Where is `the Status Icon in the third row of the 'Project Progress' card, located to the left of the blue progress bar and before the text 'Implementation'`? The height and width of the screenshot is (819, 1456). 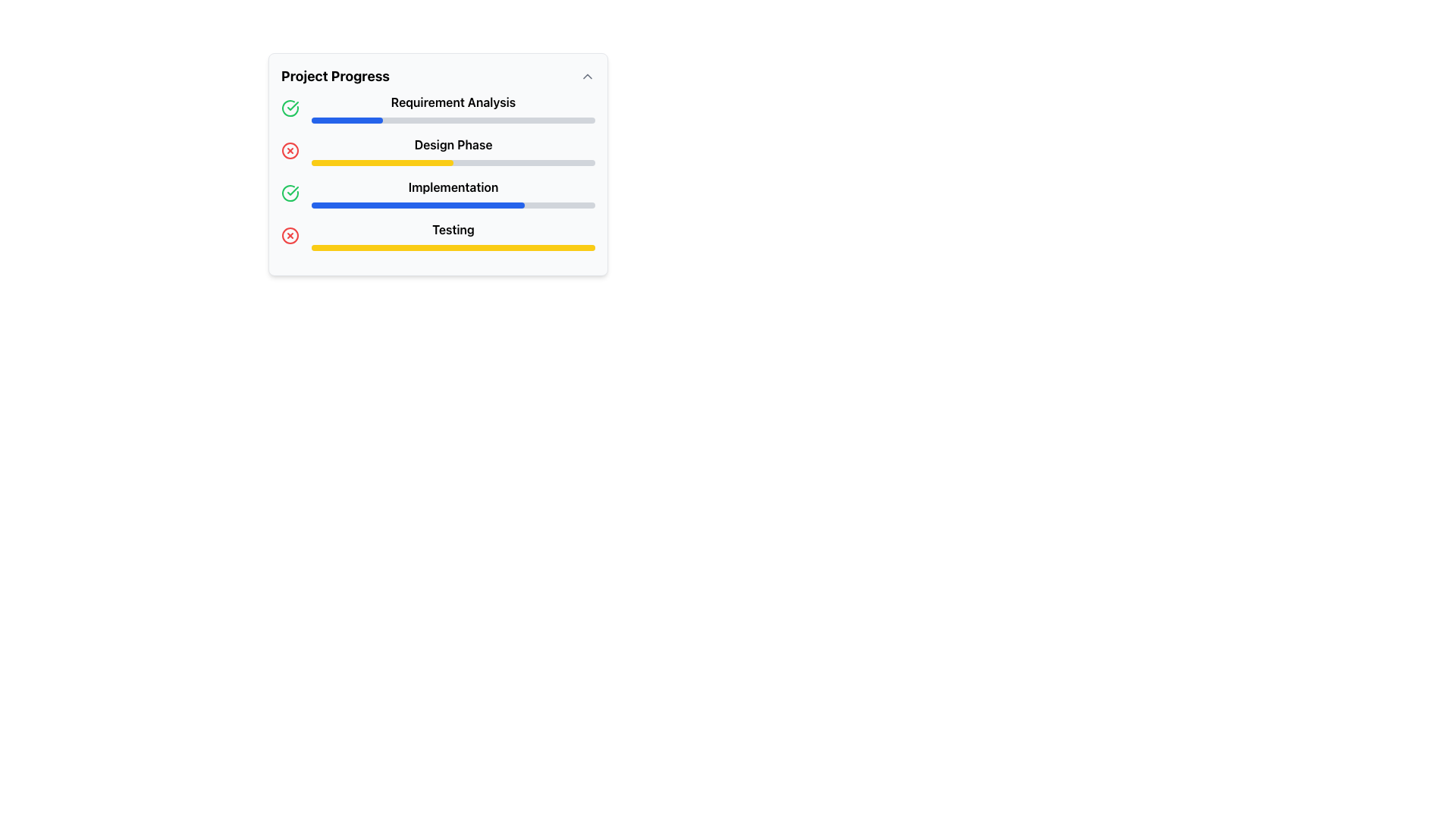
the Status Icon in the third row of the 'Project Progress' card, located to the left of the blue progress bar and before the text 'Implementation' is located at coordinates (290, 192).